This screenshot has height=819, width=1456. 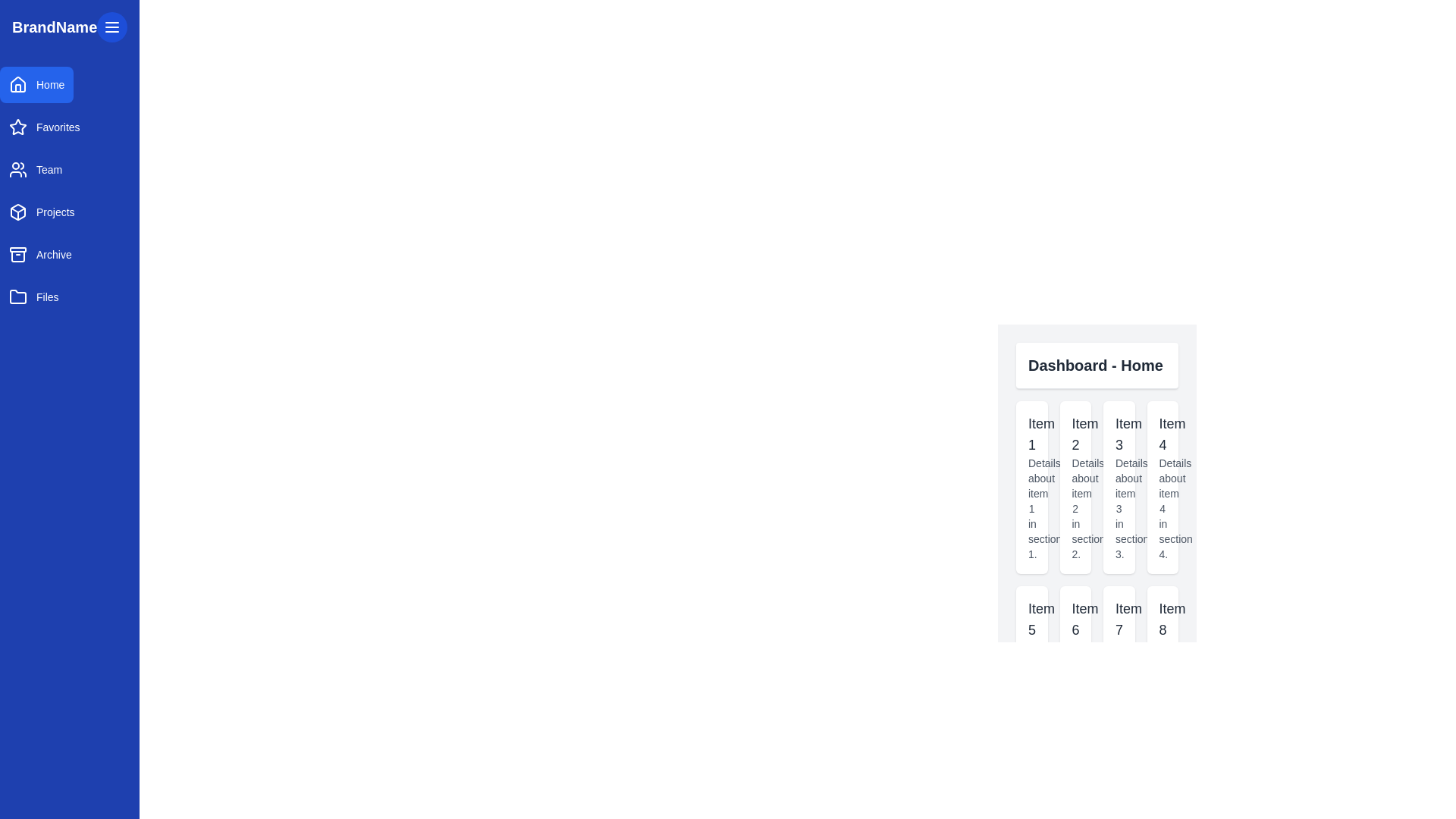 I want to click on the circular blue hamburger menu button located at the top-right corner of the interface, adjacent to the 'BrandName' text, so click(x=111, y=27).